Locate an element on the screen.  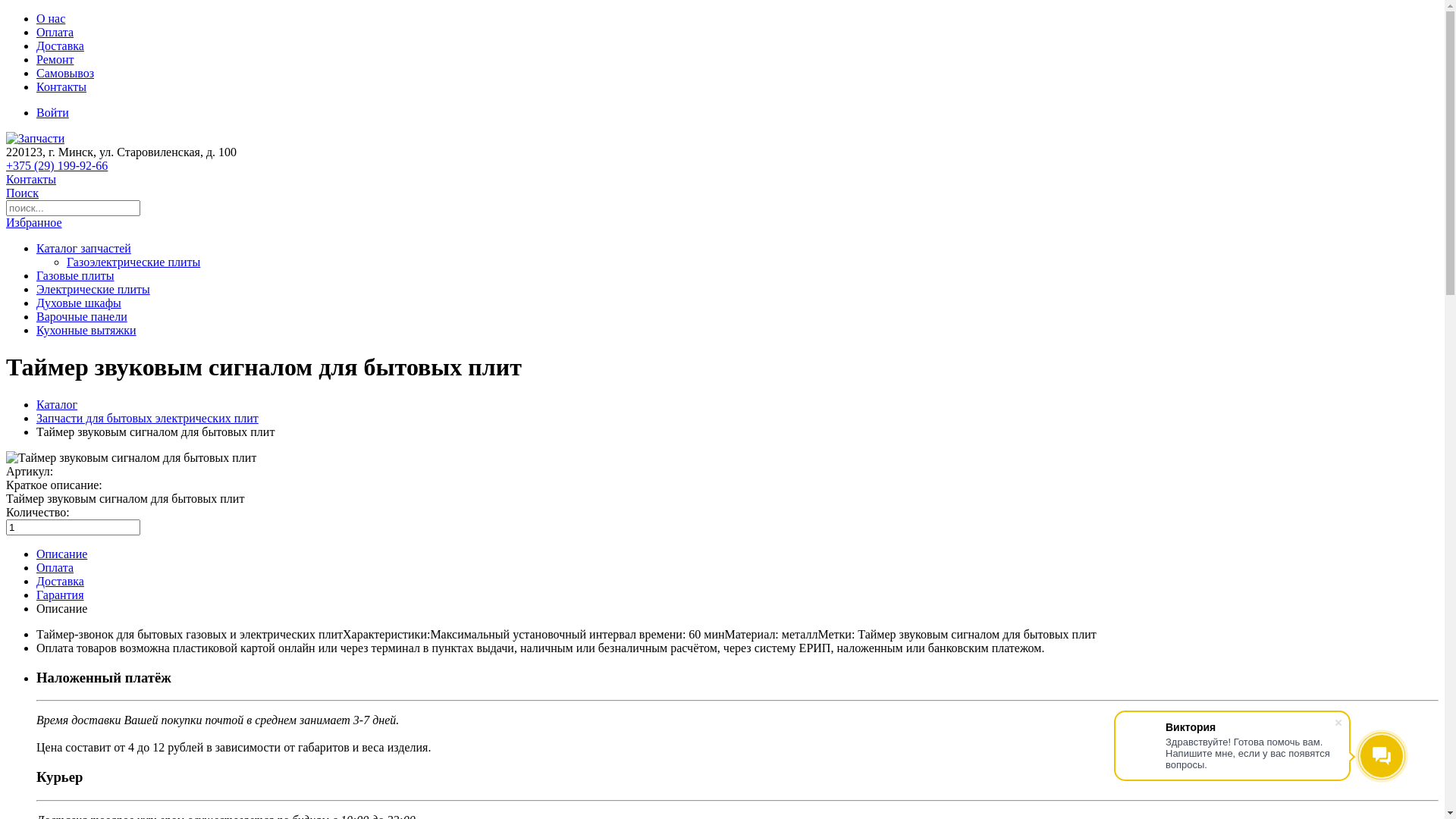
'+375 (29) 199-92-66' is located at coordinates (57, 165).